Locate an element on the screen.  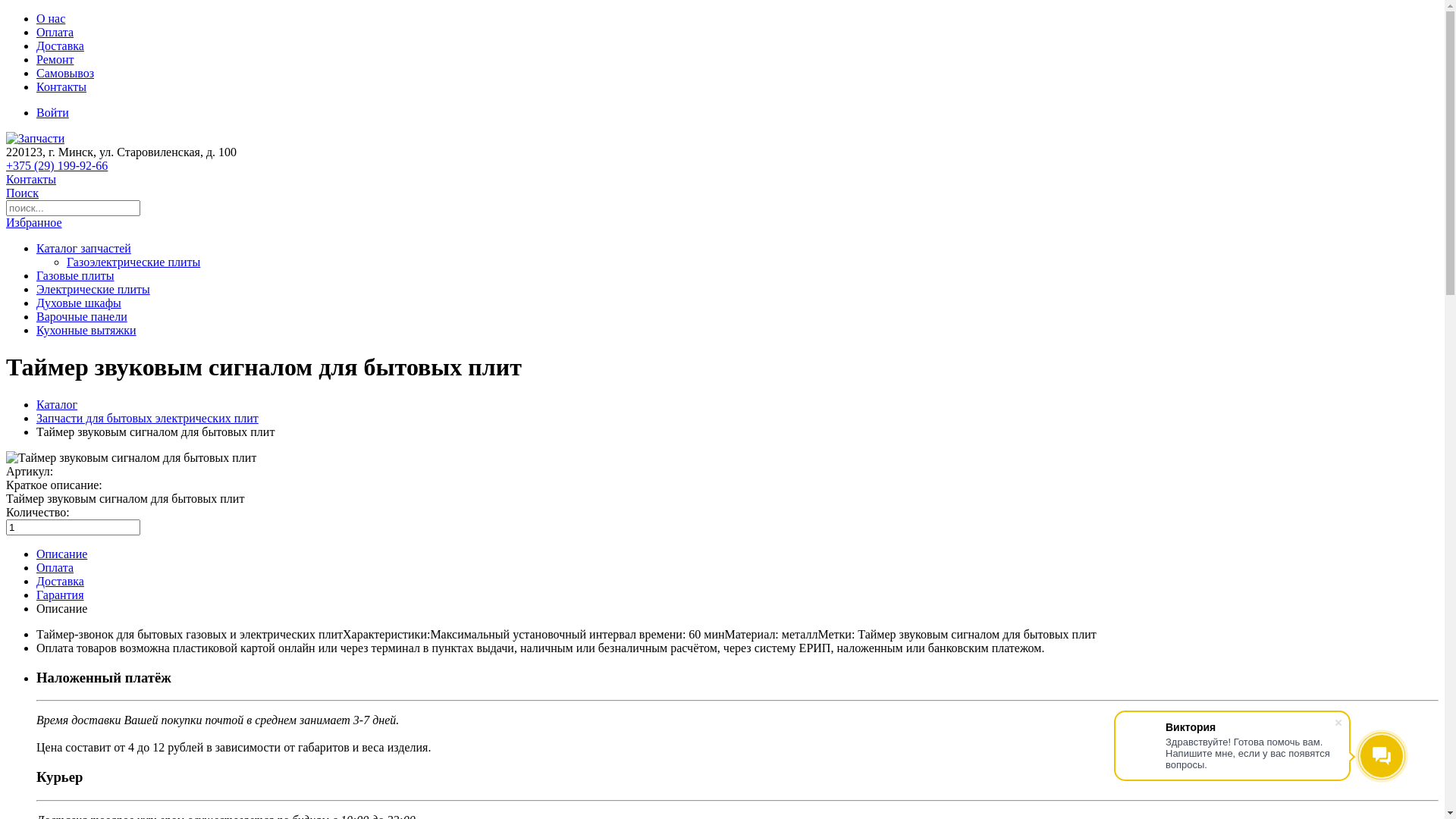
'+375 (29) 199-92-66' is located at coordinates (57, 165).